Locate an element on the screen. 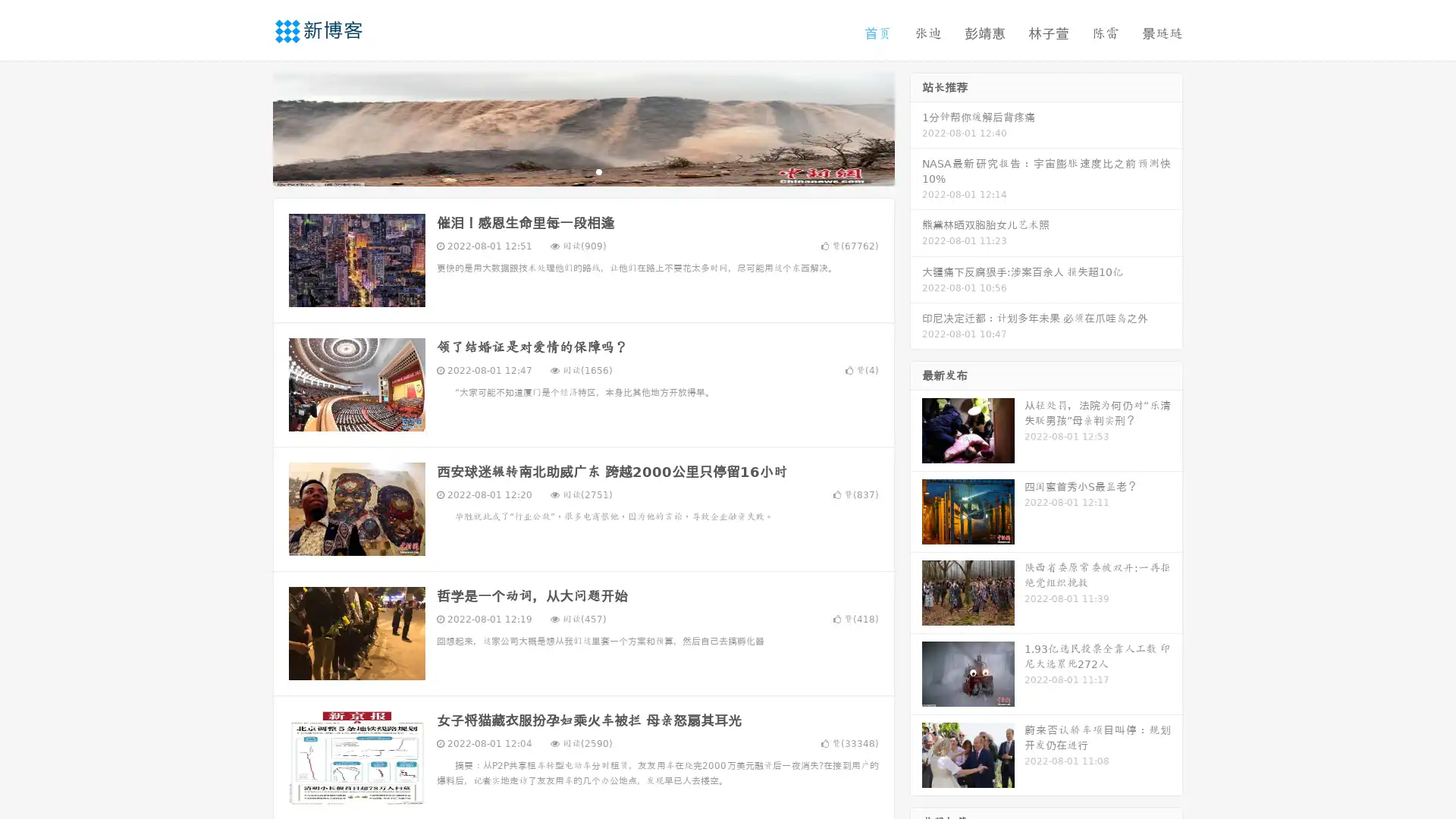  Go to slide 3 is located at coordinates (598, 171).